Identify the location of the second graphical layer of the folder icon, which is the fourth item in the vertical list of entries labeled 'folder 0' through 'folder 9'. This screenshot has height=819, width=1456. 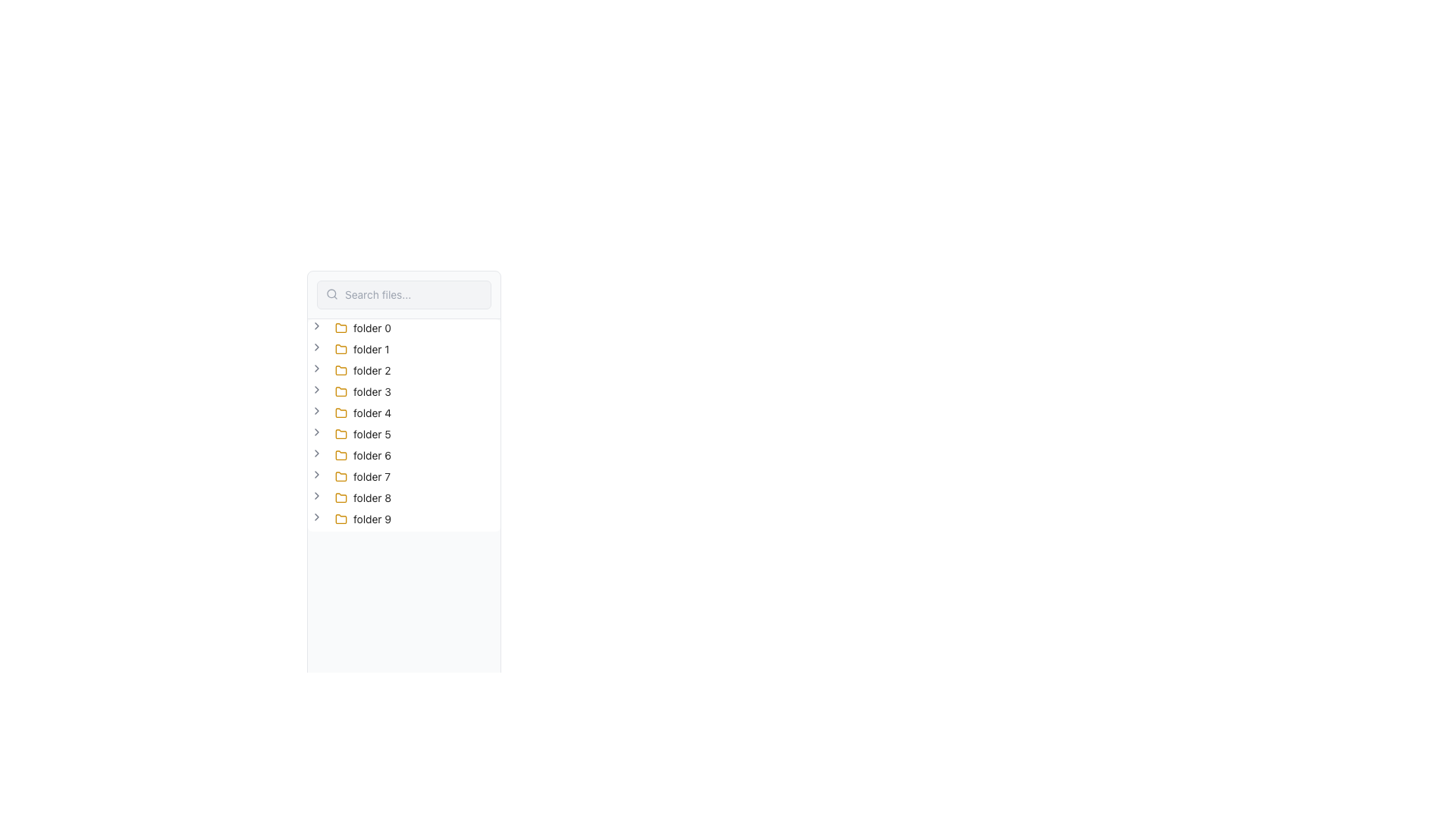
(340, 391).